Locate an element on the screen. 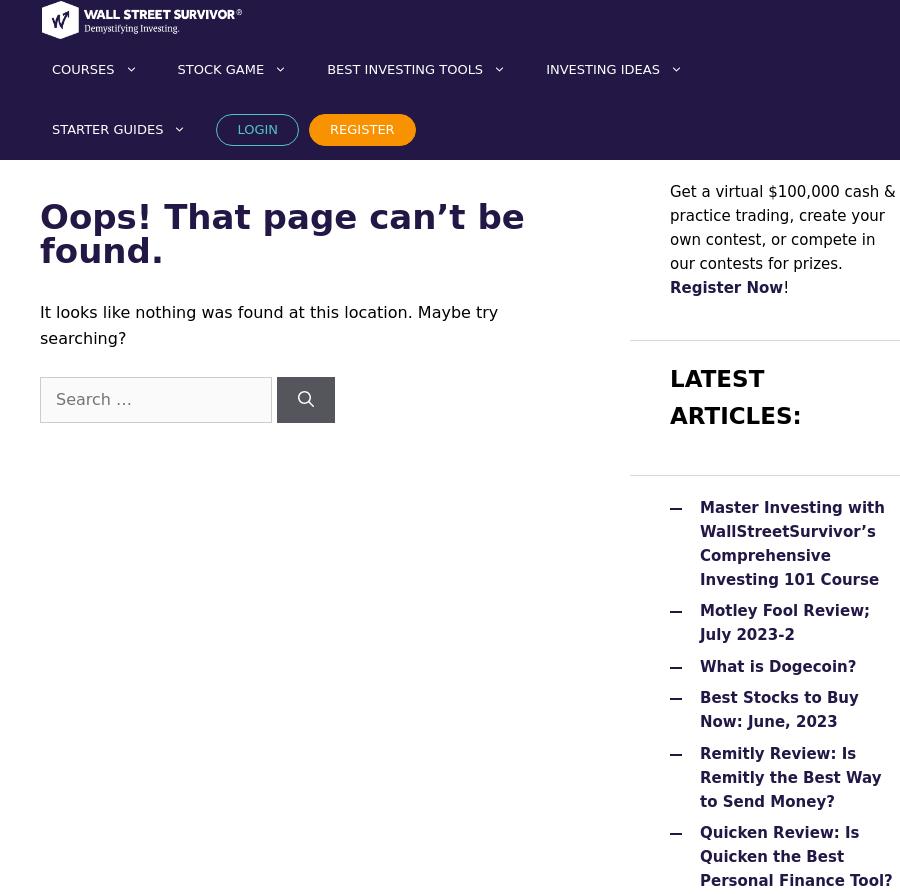 Image resolution: width=900 pixels, height=894 pixels. 'Register' is located at coordinates (361, 129).